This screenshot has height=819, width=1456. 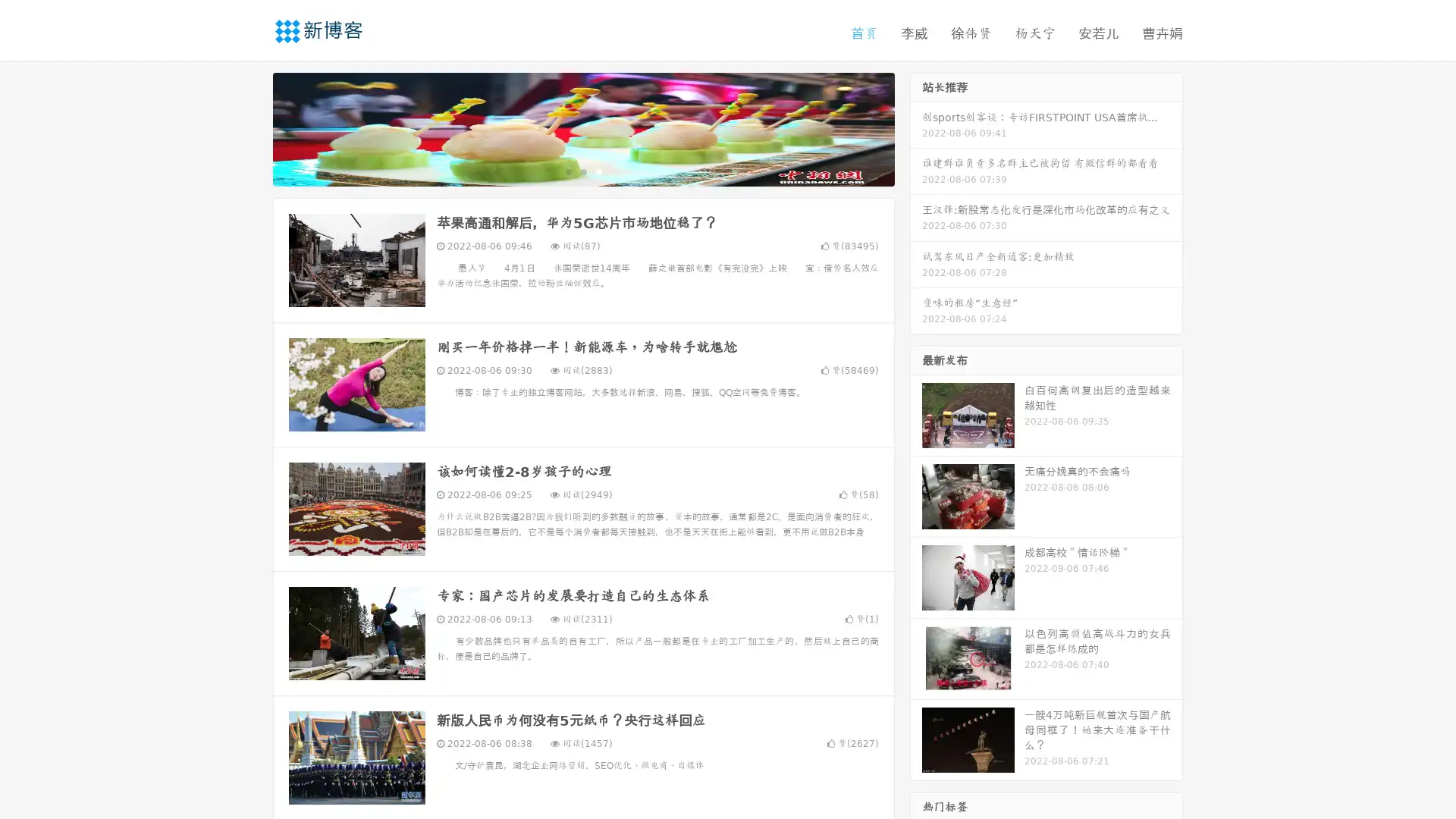 I want to click on Go to slide 2, so click(x=582, y=171).